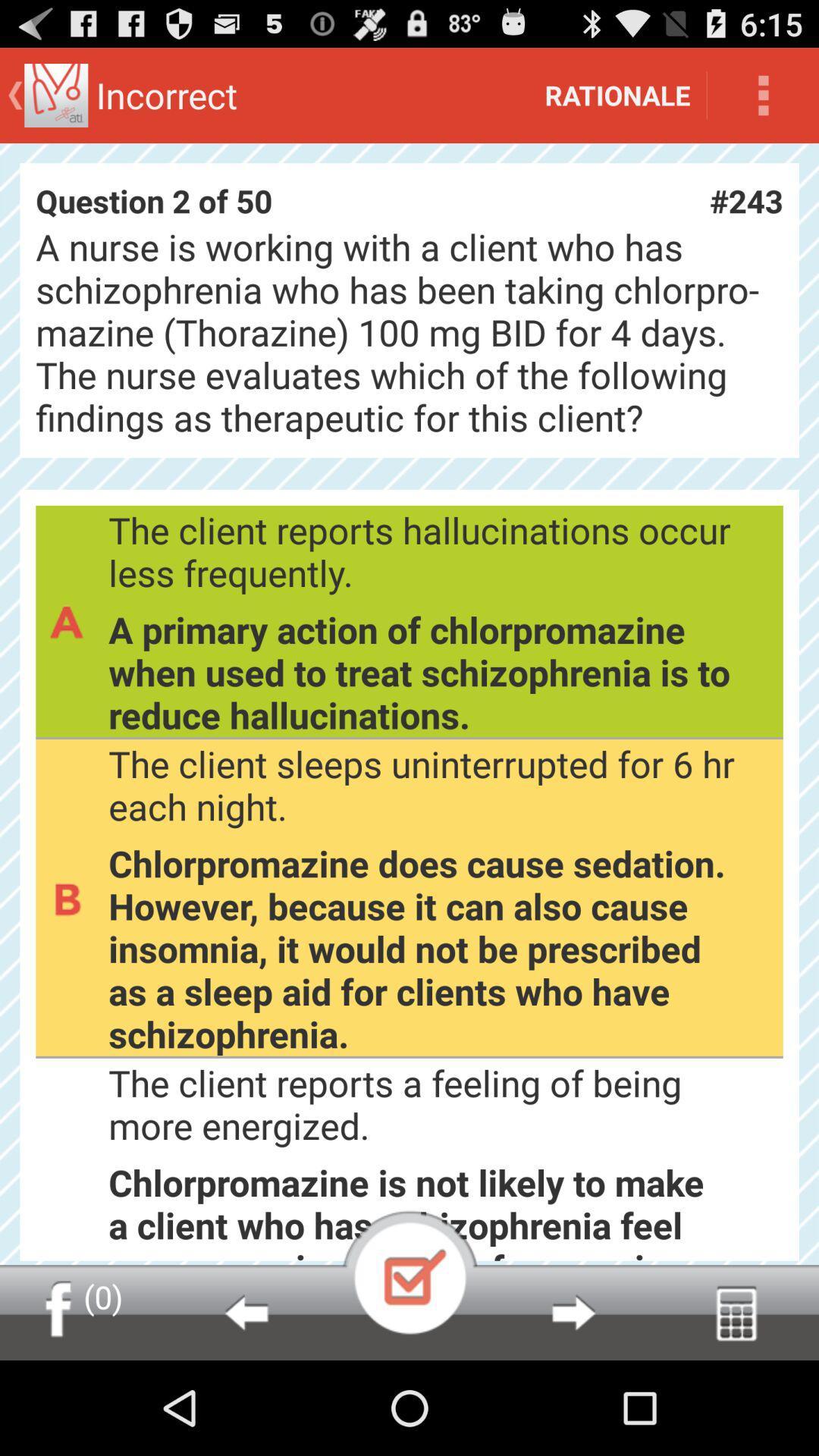 The image size is (819, 1456). Describe the element at coordinates (409, 1272) in the screenshot. I see `confirm answer` at that location.